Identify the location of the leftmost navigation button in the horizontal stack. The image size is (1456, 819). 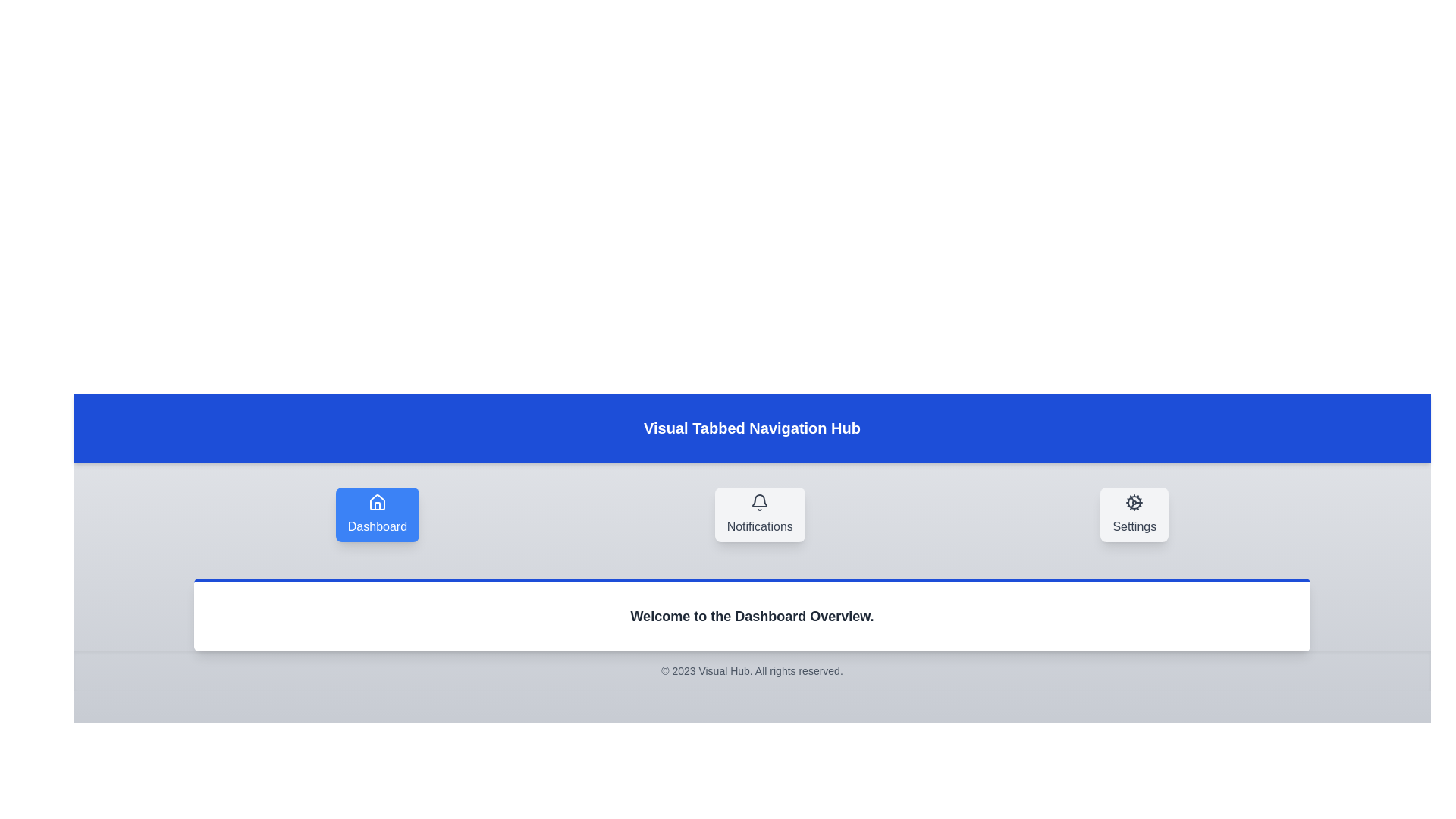
(377, 513).